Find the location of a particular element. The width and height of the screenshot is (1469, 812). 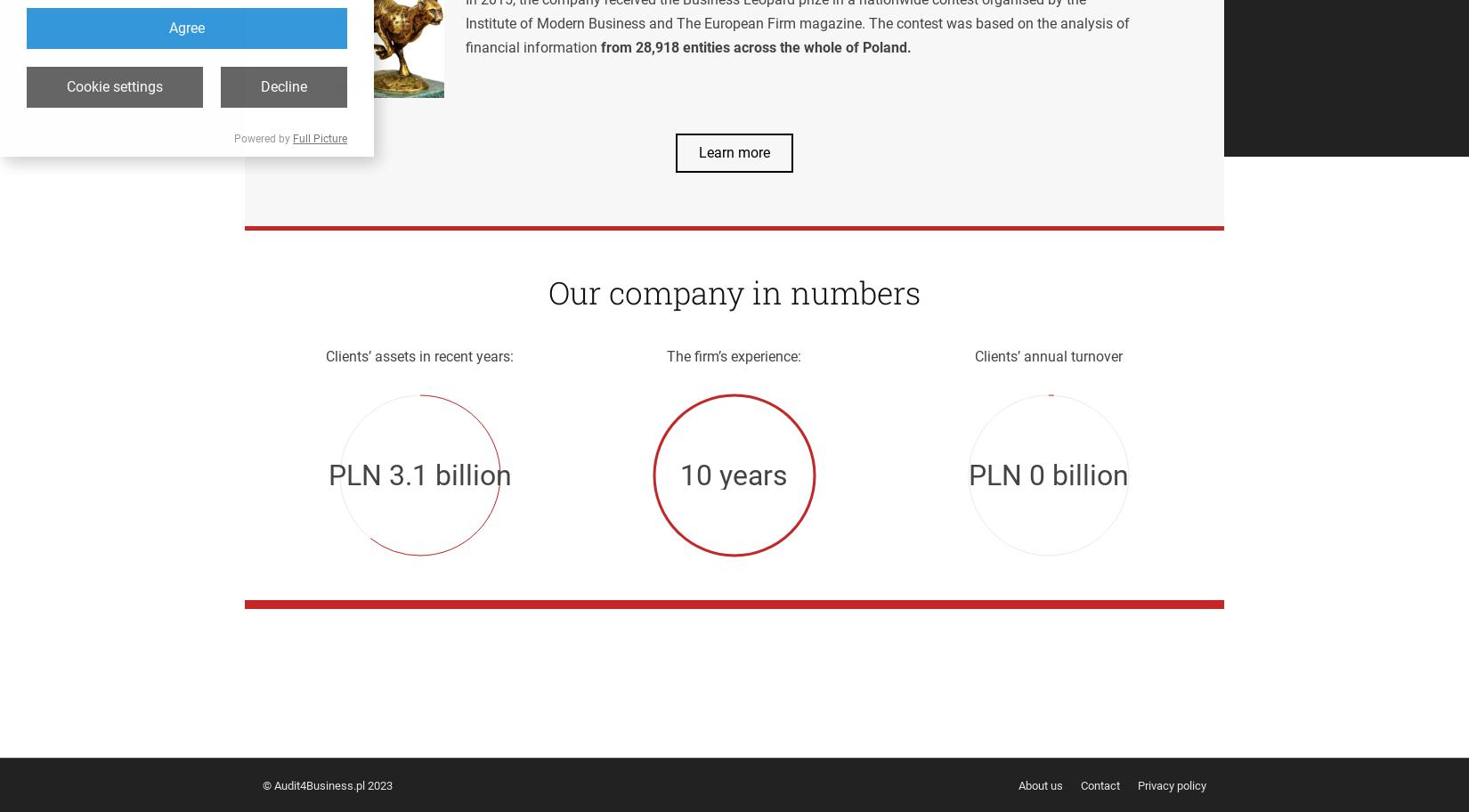

'10' is located at coordinates (678, 474).